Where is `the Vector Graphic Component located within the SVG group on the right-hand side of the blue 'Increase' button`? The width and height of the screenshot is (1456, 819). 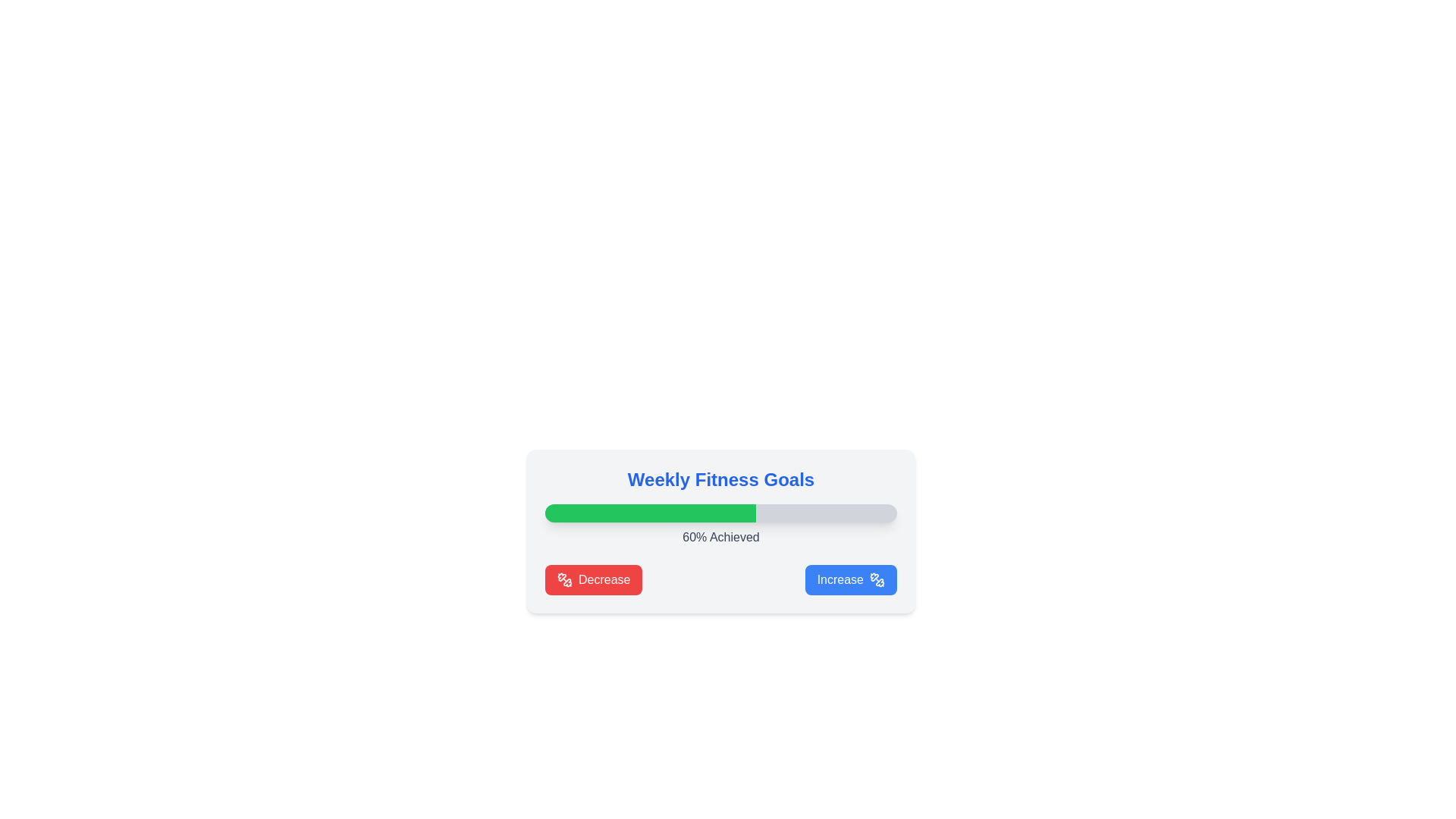 the Vector Graphic Component located within the SVG group on the right-hand side of the blue 'Increase' button is located at coordinates (880, 582).